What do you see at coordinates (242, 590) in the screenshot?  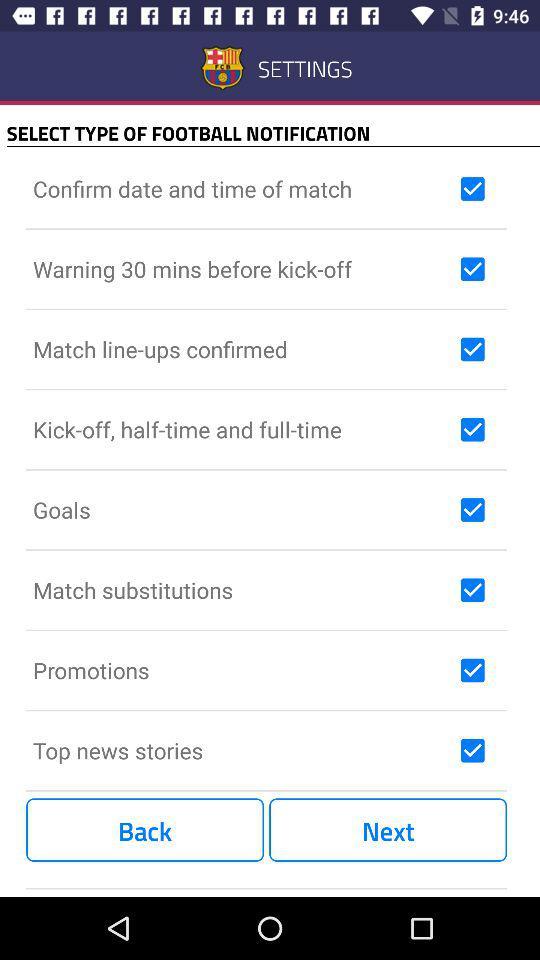 I see `the match substitutions icon` at bounding box center [242, 590].